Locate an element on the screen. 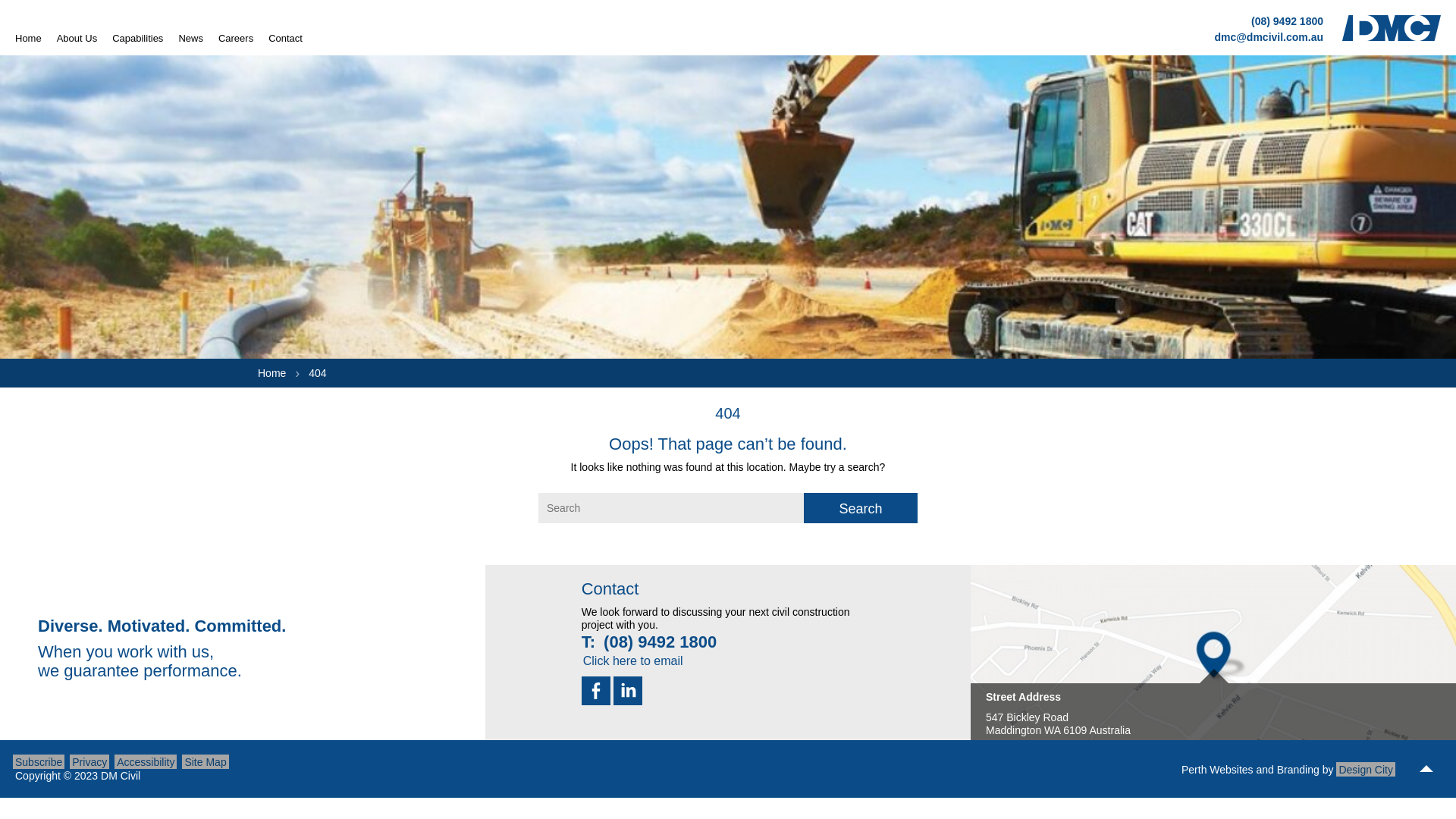 This screenshot has height=819, width=1456. 'Search' is located at coordinates (860, 508).